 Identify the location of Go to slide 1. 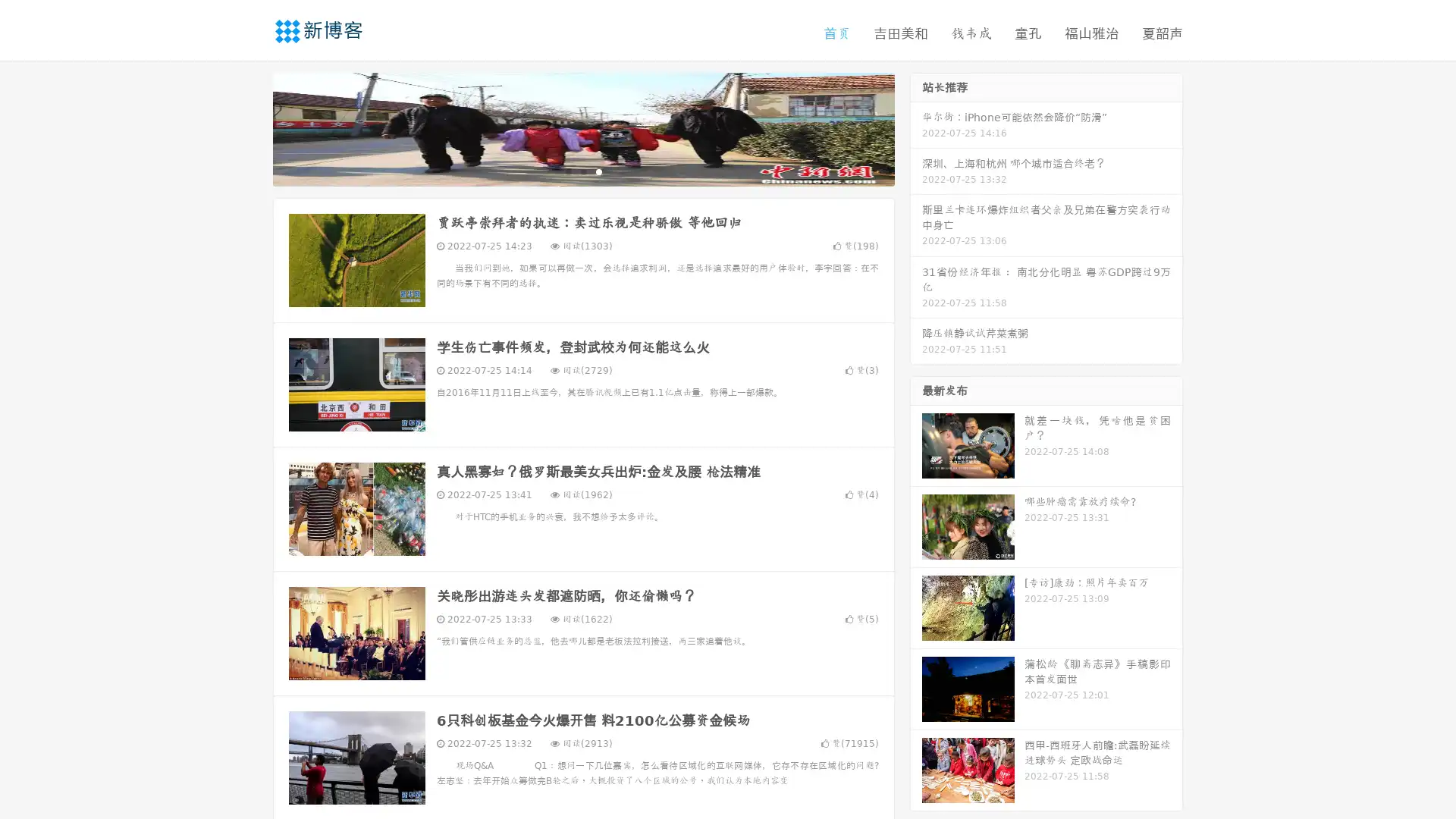
(567, 171).